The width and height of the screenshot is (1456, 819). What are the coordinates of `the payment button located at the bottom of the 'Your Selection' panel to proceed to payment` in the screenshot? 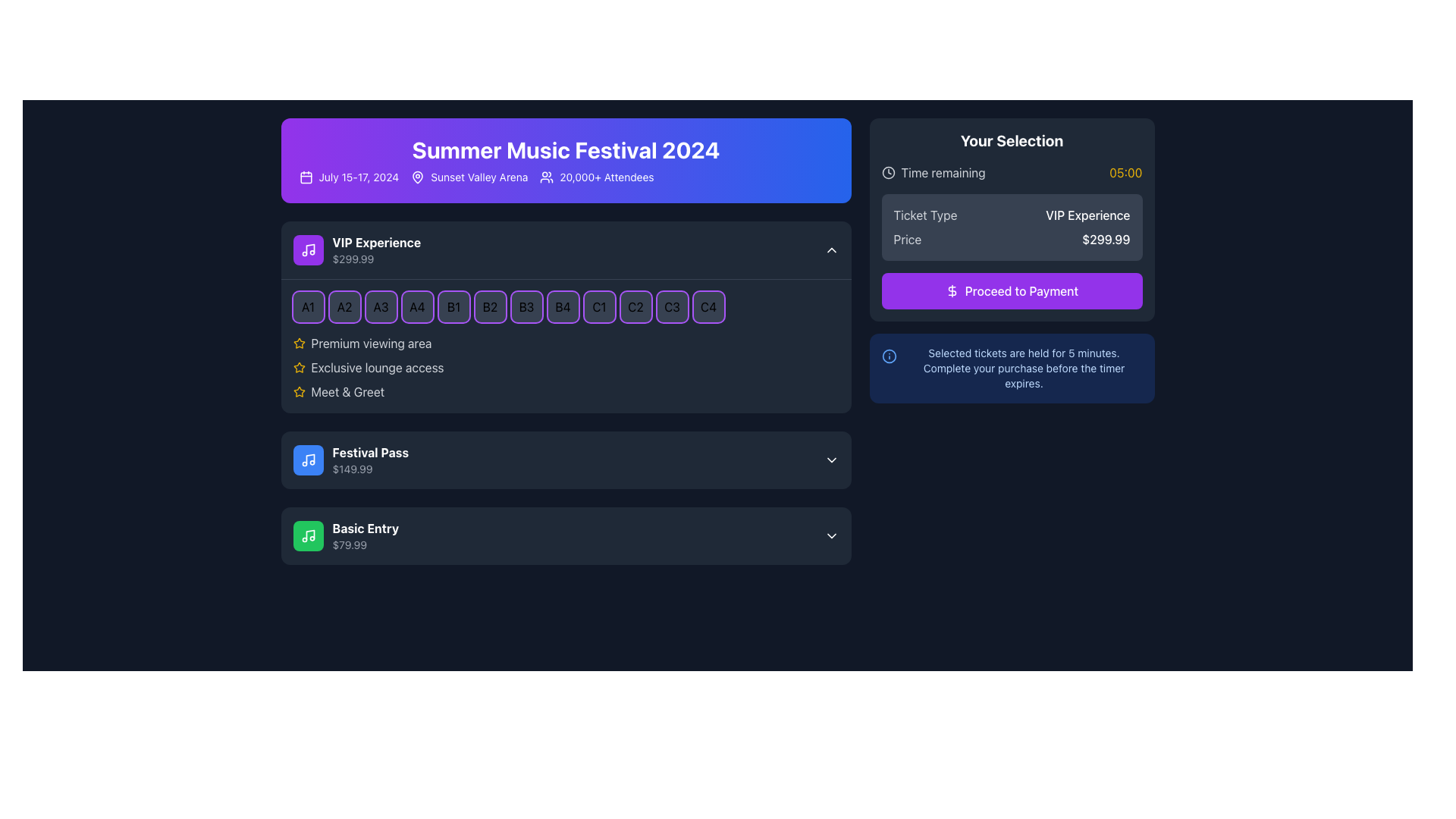 It's located at (1012, 291).